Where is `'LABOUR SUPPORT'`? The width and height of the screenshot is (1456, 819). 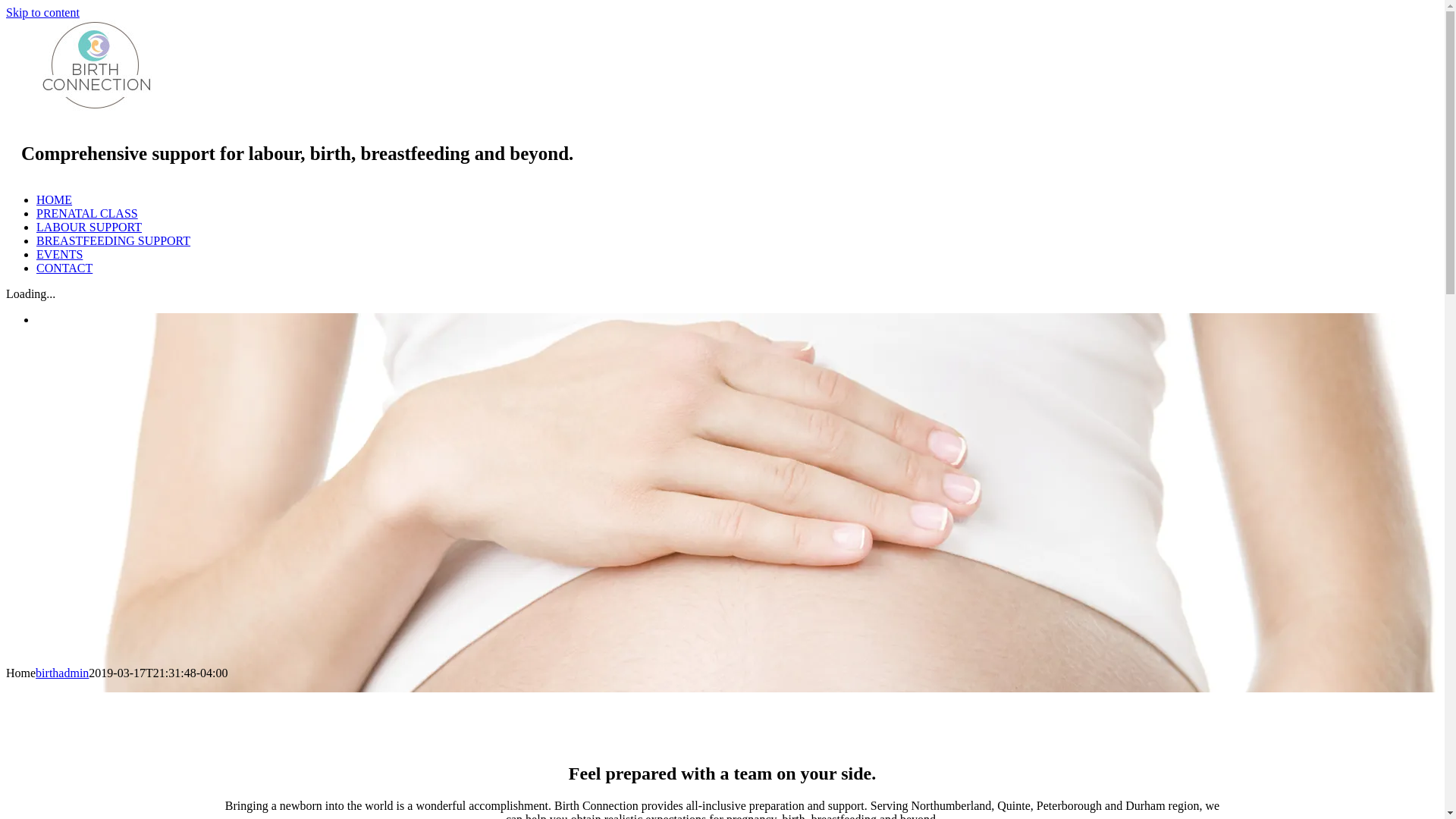
'LABOUR SUPPORT' is located at coordinates (88, 227).